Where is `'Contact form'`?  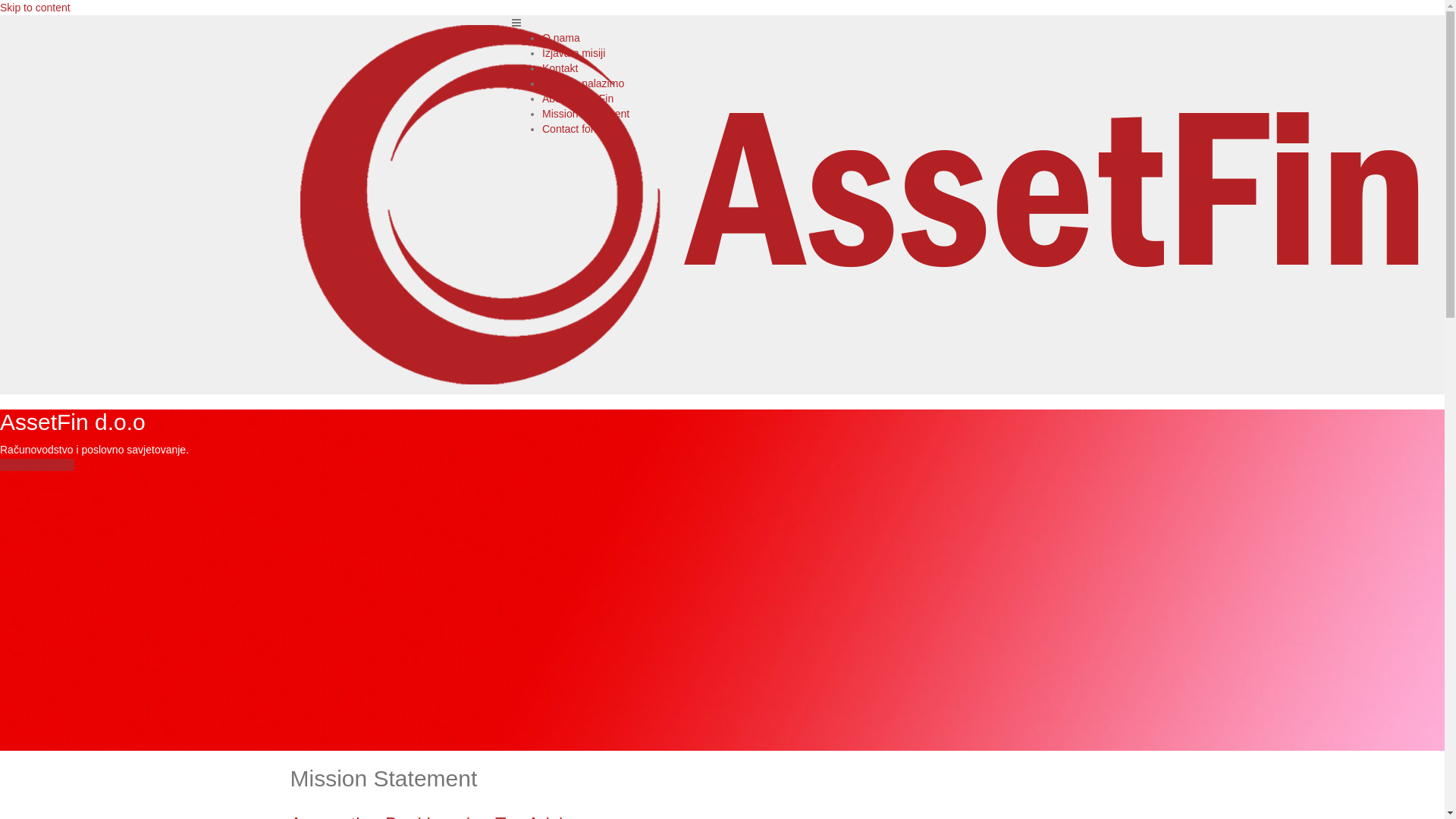
'Contact form' is located at coordinates (542, 127).